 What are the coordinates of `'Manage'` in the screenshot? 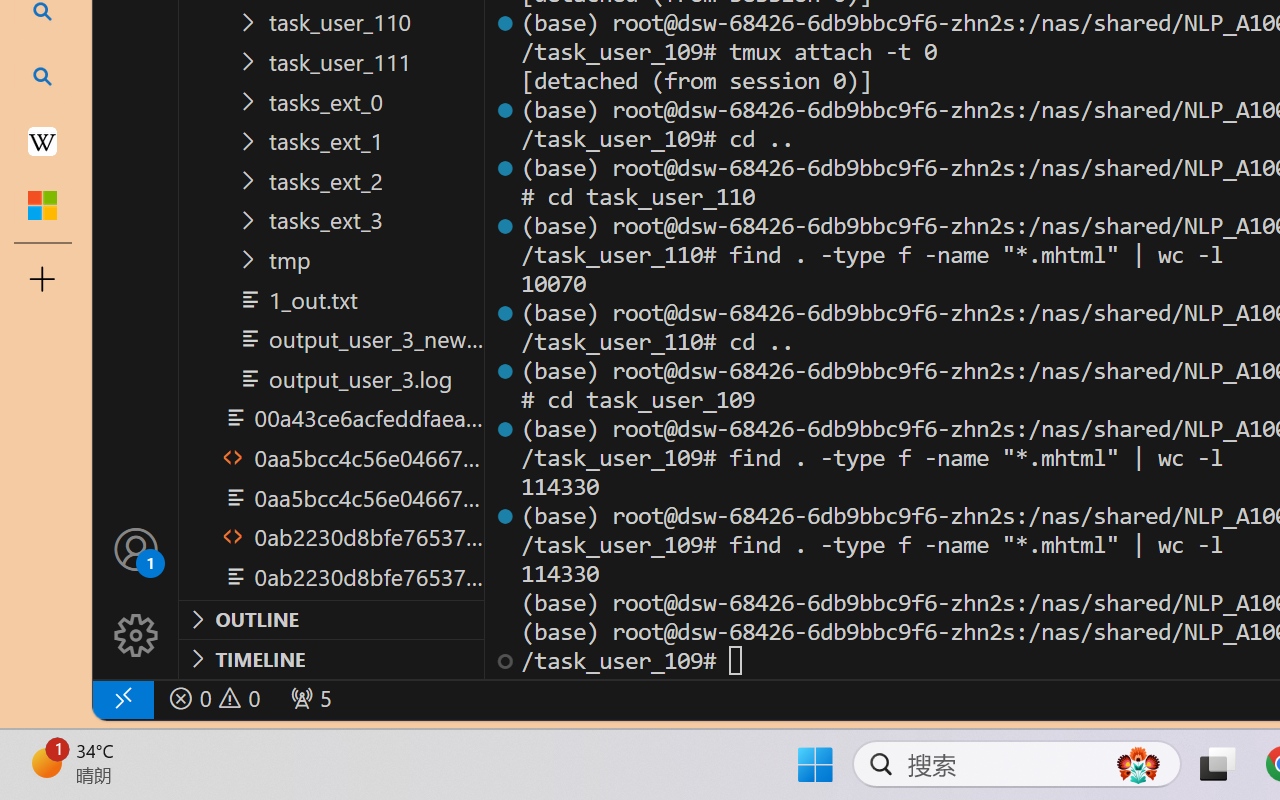 It's located at (134, 591).